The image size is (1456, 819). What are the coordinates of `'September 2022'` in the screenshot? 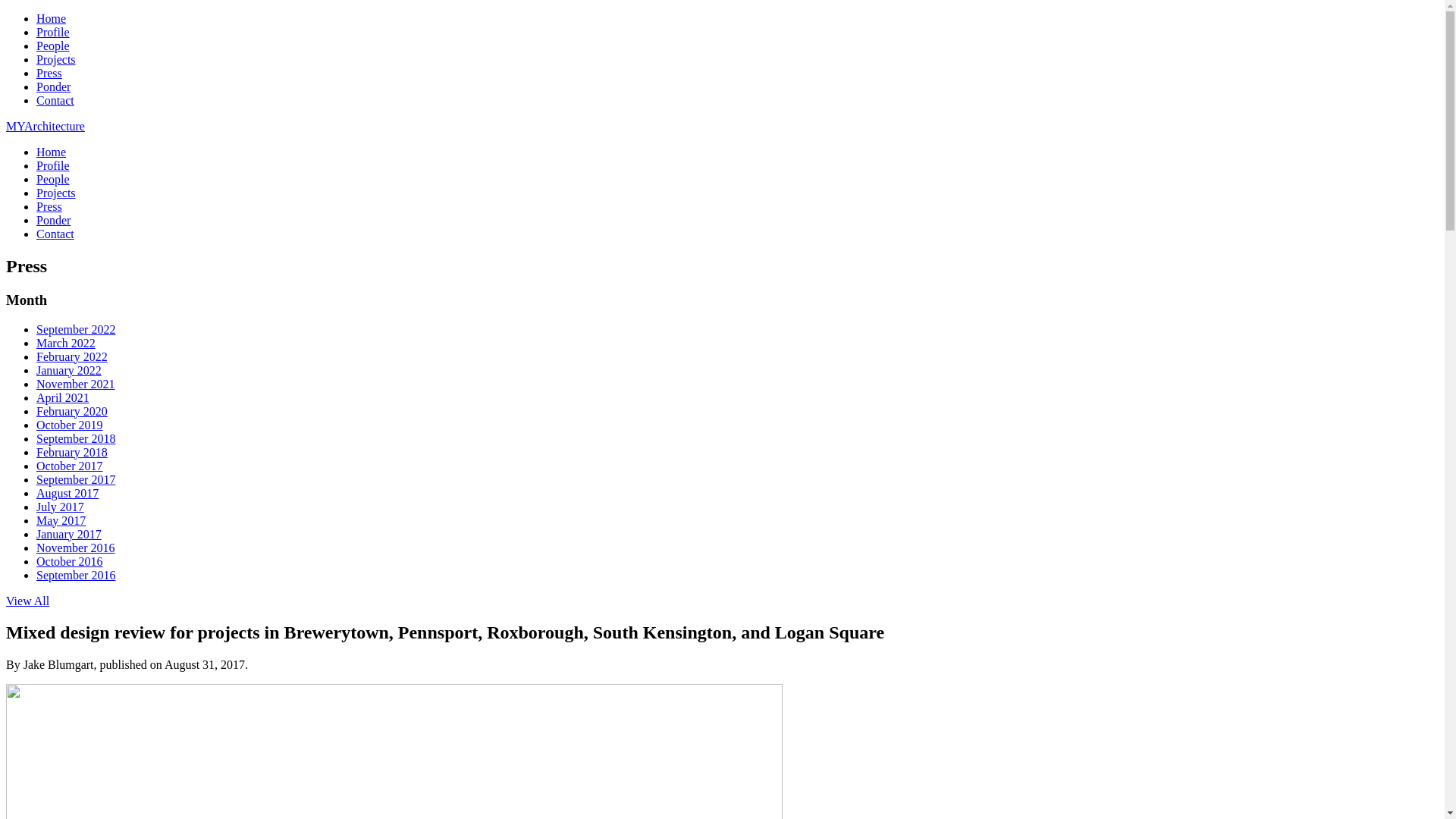 It's located at (75, 328).